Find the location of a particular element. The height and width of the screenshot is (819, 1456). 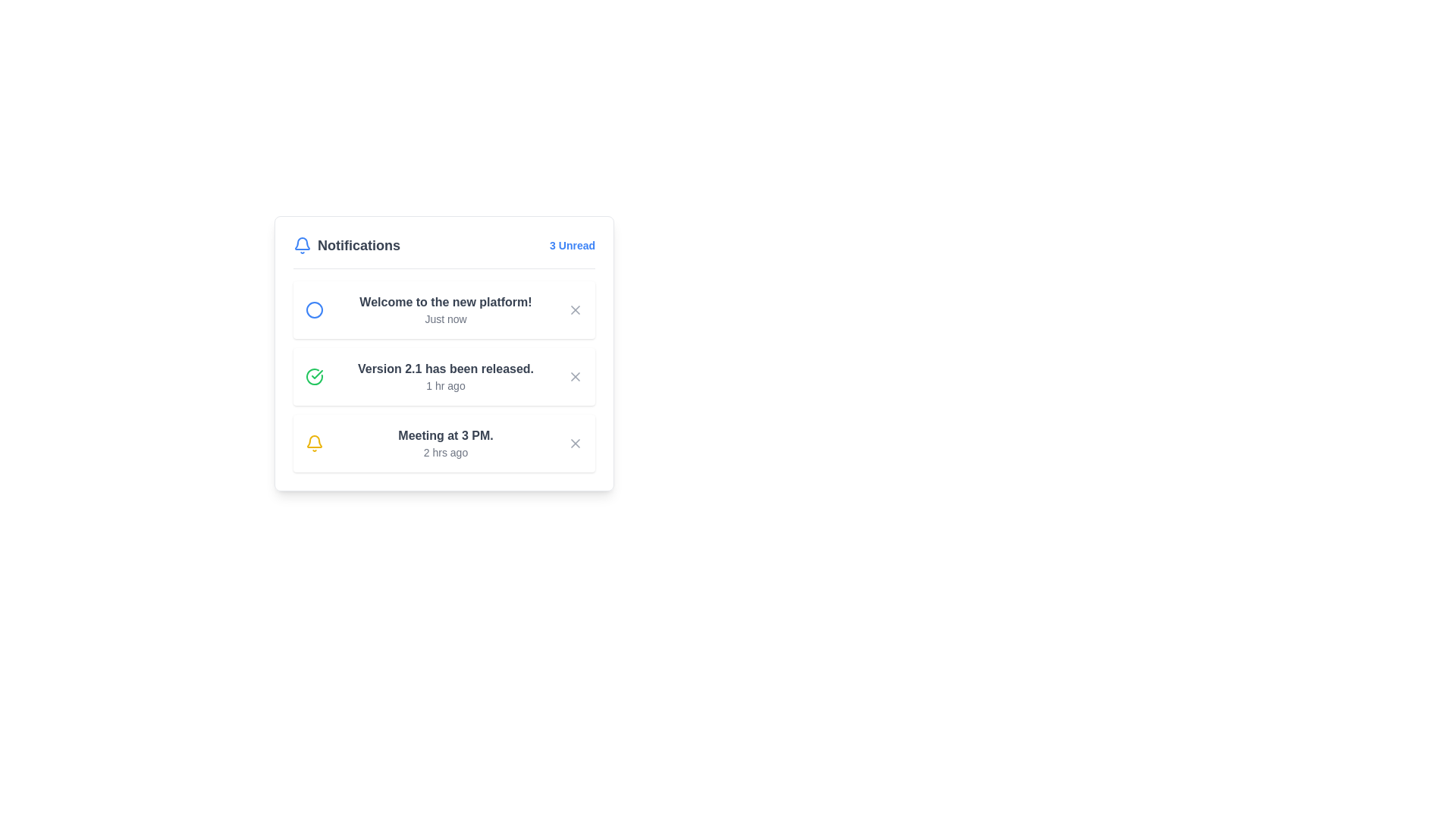

the Close or Dismiss button icon, which is represented by an X shape in the notification panel next to 'Meeting at 3 PM.' is located at coordinates (574, 444).